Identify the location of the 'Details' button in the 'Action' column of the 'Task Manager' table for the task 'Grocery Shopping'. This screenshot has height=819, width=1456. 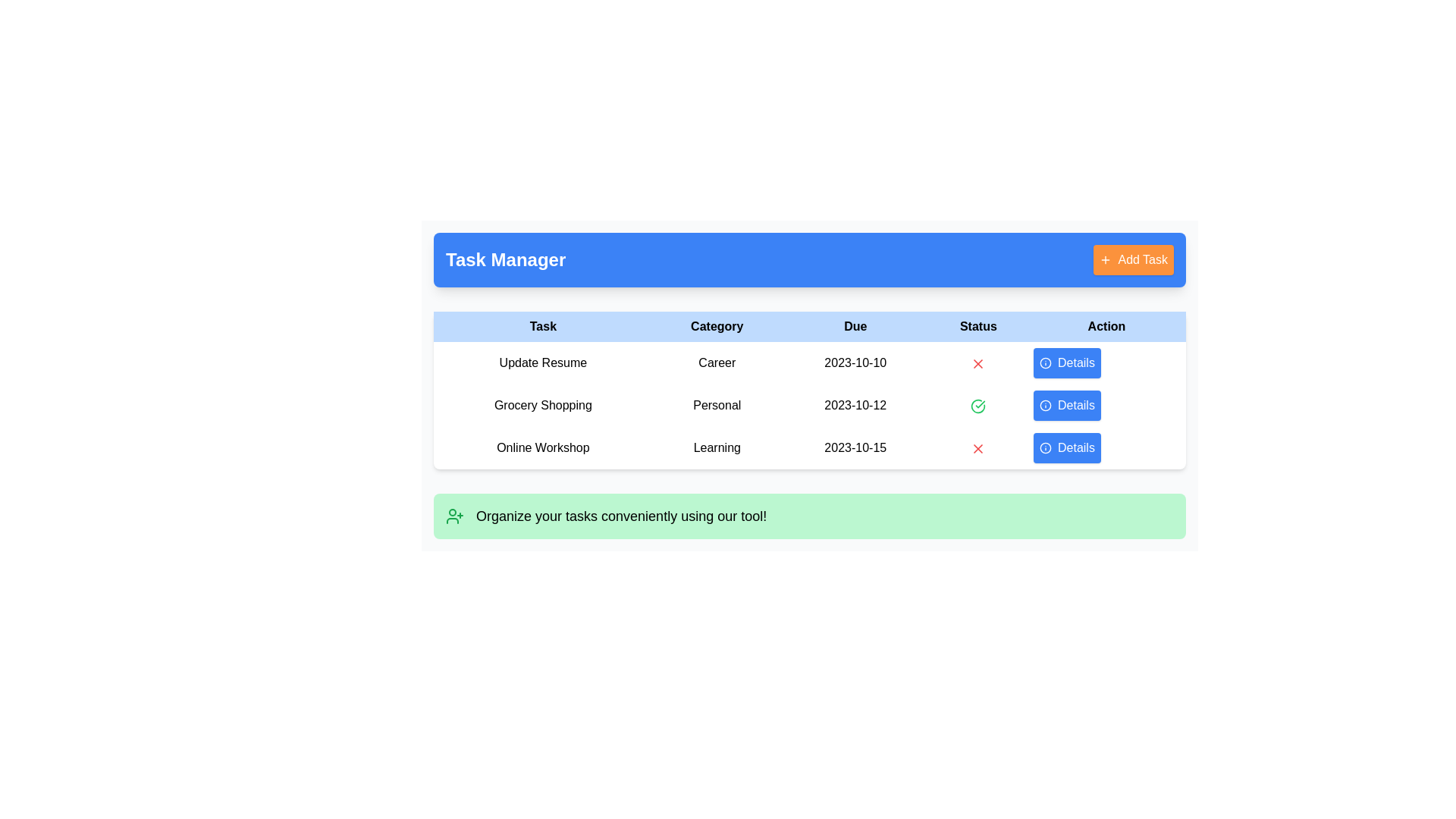
(1106, 405).